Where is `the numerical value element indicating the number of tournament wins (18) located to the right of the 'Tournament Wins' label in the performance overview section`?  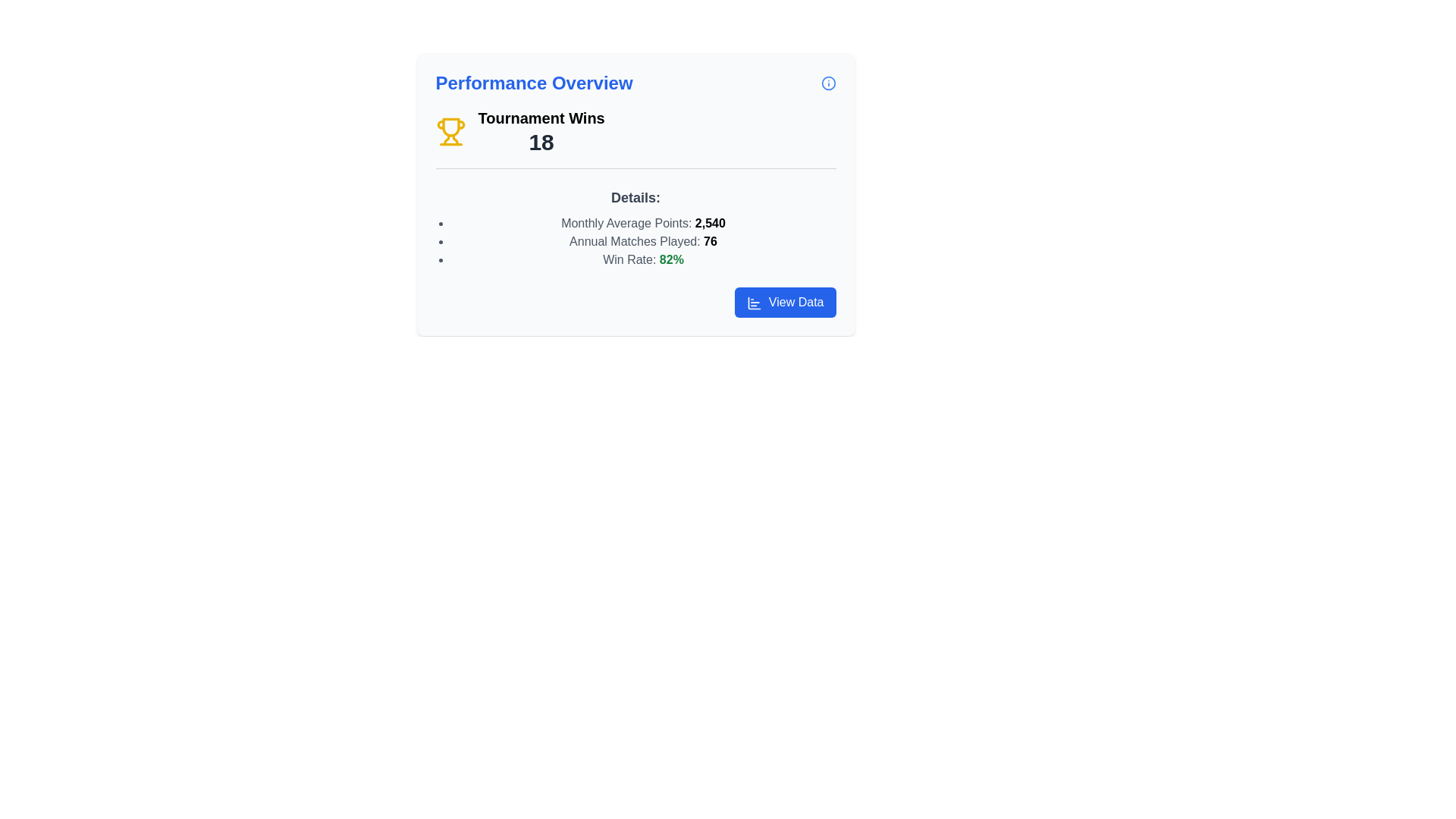 the numerical value element indicating the number of tournament wins (18) located to the right of the 'Tournament Wins' label in the performance overview section is located at coordinates (541, 143).